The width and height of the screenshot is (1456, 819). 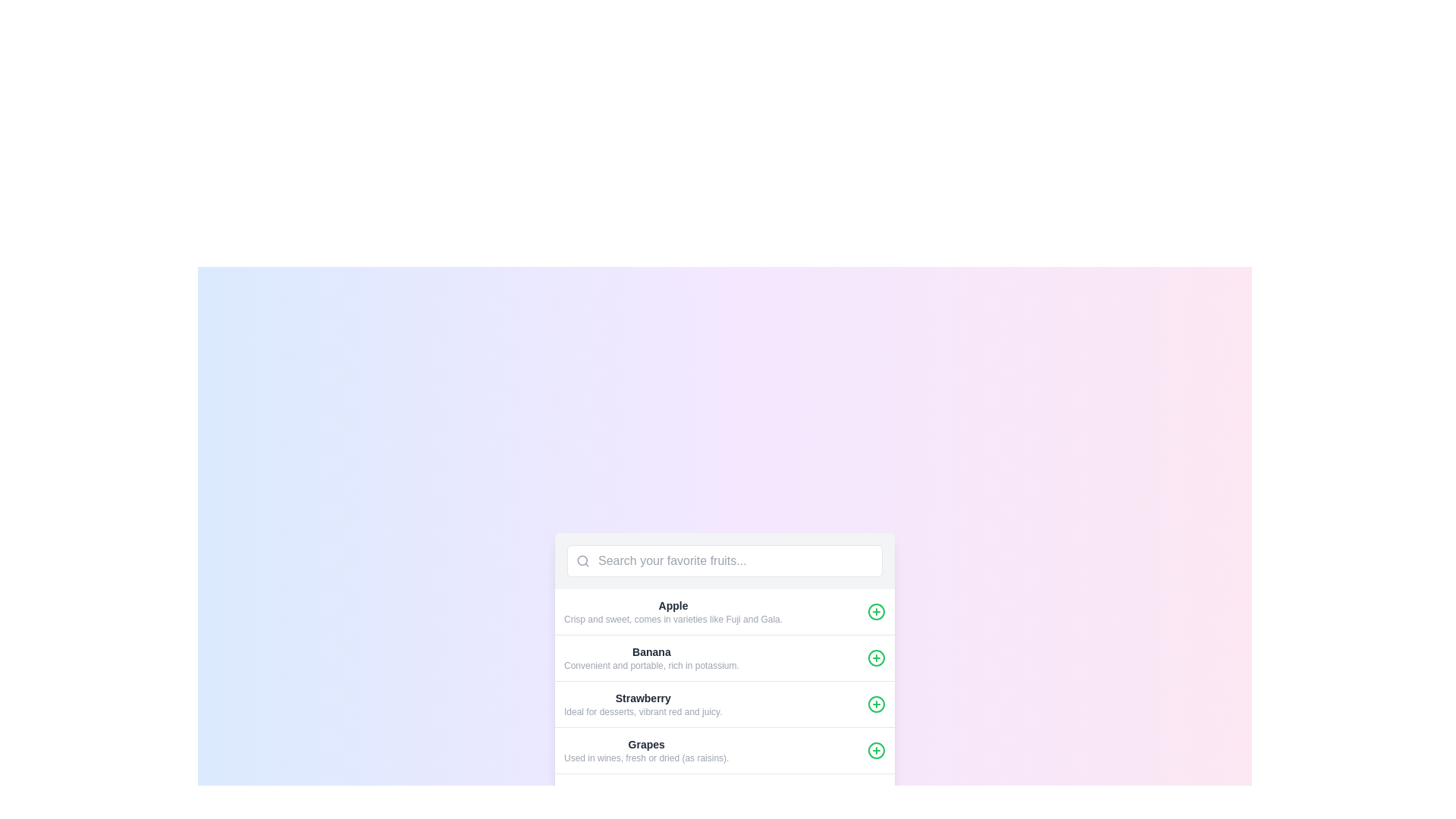 What do you see at coordinates (651, 657) in the screenshot?
I see `information about the fruit 'Banana' from the textual list item located below 'Apple' and above 'Strawberry'` at bounding box center [651, 657].